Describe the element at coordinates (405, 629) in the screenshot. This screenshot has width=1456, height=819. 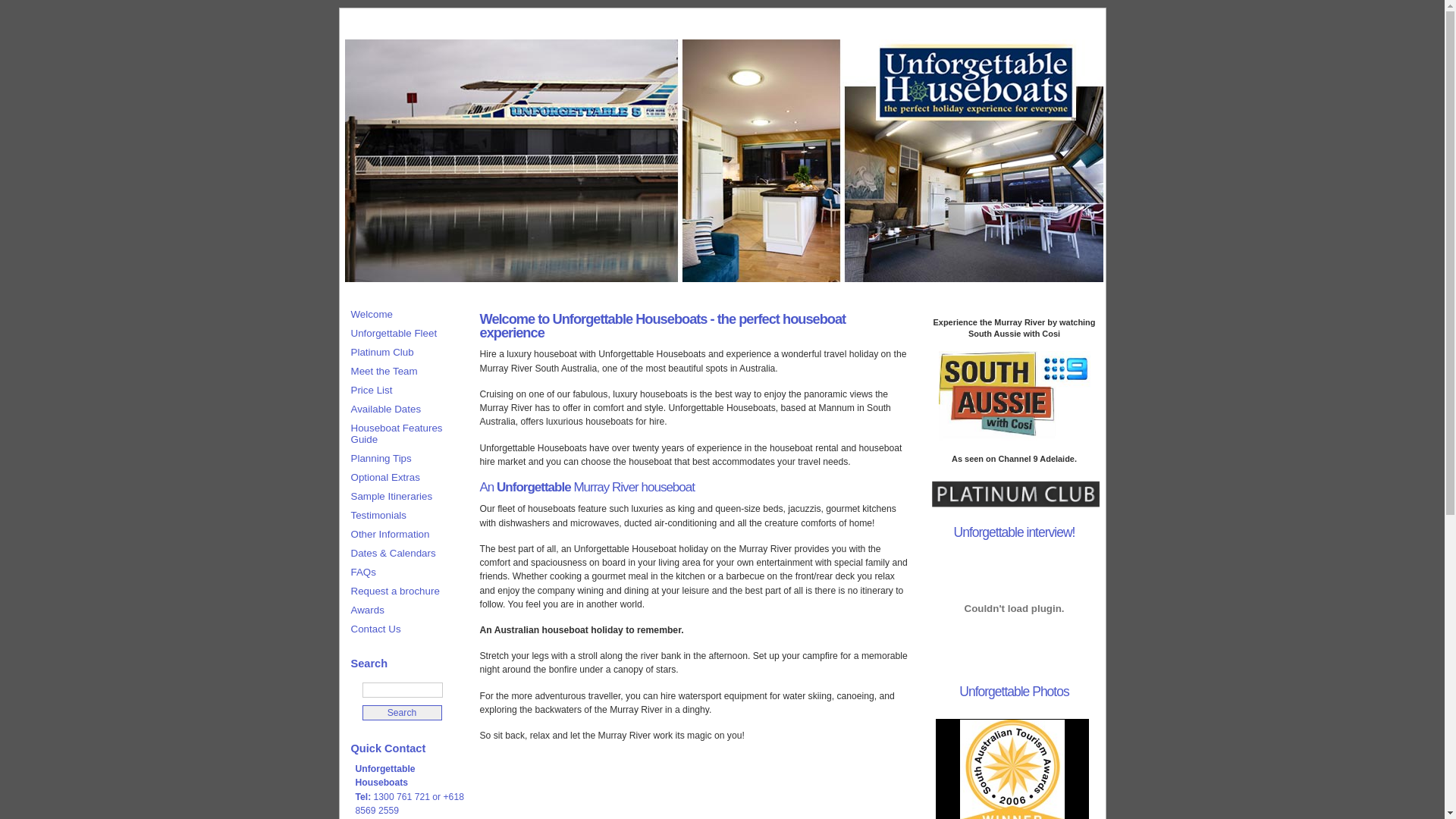
I see `'Contact Us'` at that location.